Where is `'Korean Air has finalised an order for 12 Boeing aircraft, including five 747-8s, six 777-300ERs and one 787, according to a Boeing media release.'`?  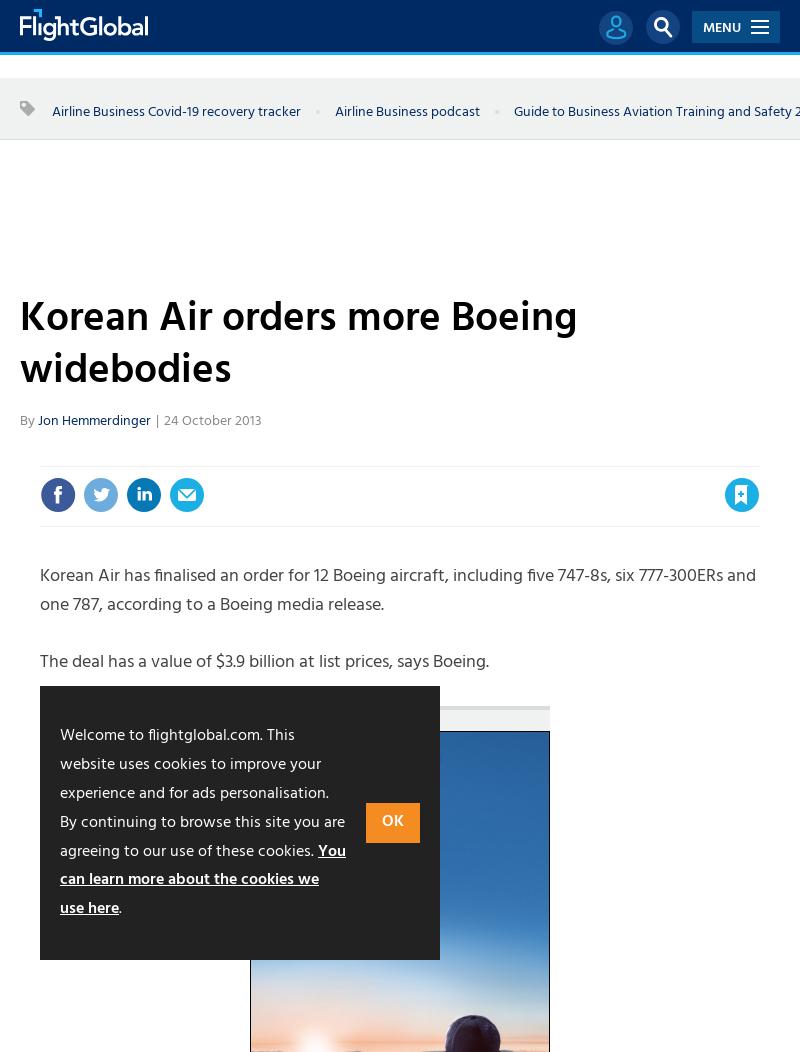 'Korean Air has finalised an order for 12 Boeing aircraft, including five 747-8s, six 777-300ERs and one 787, according to a Boeing media release.' is located at coordinates (397, 590).